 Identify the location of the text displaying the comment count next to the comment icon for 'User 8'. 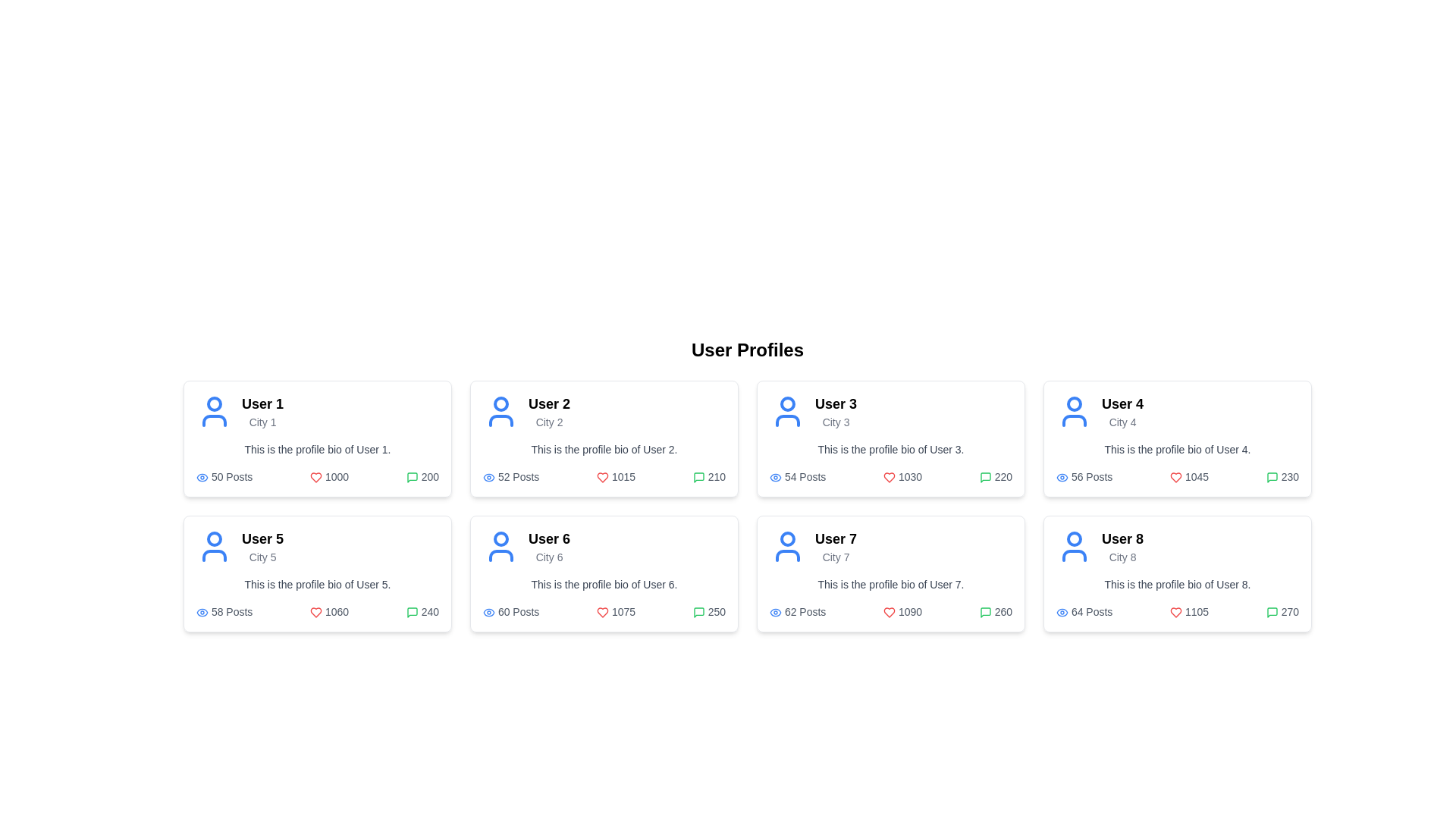
(1282, 610).